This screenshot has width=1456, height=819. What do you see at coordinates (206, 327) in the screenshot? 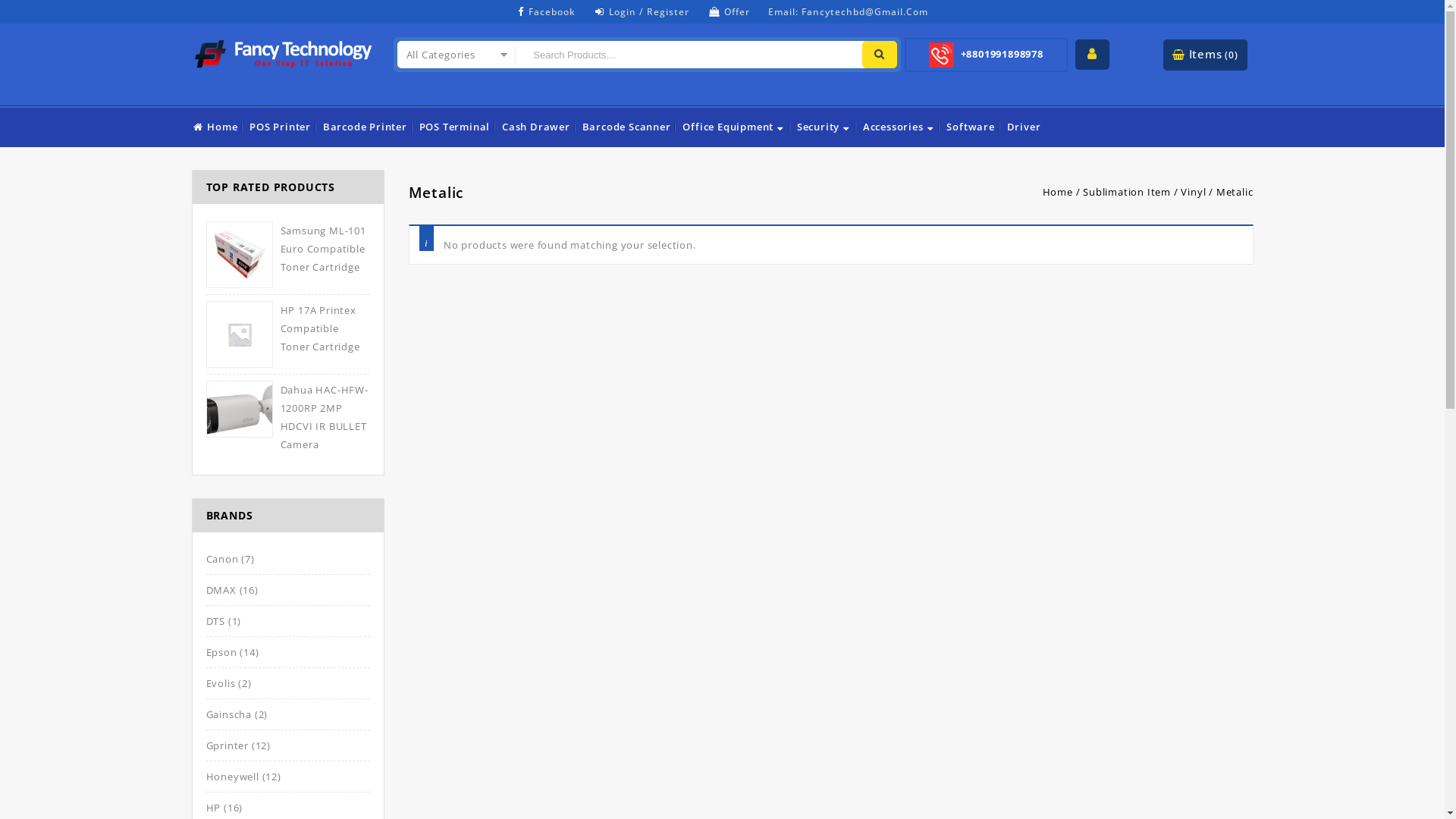
I see `'HP 17A Printex Compatible Toner Cartridge'` at bounding box center [206, 327].